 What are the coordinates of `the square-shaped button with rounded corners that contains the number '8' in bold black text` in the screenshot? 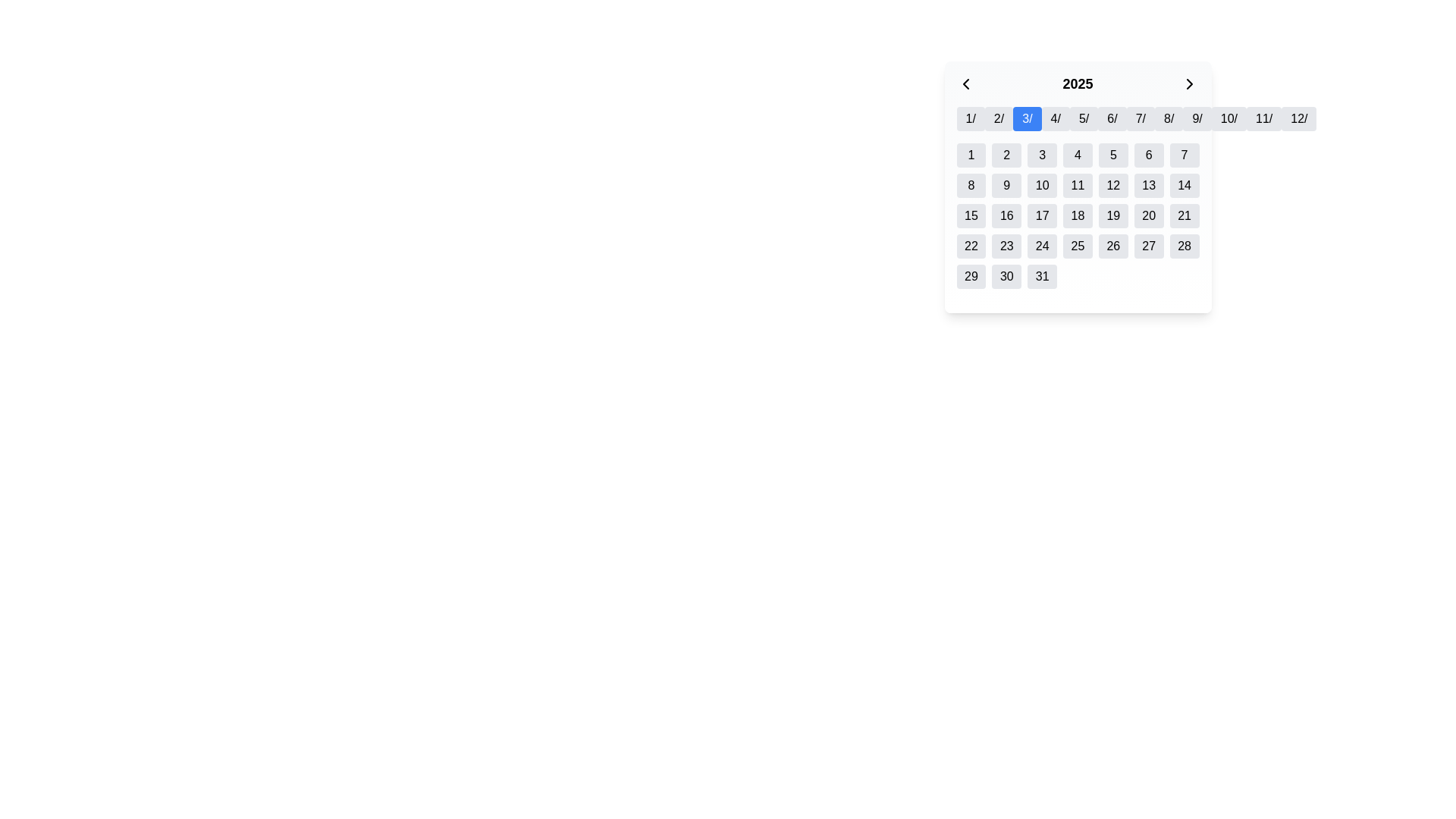 It's located at (971, 185).